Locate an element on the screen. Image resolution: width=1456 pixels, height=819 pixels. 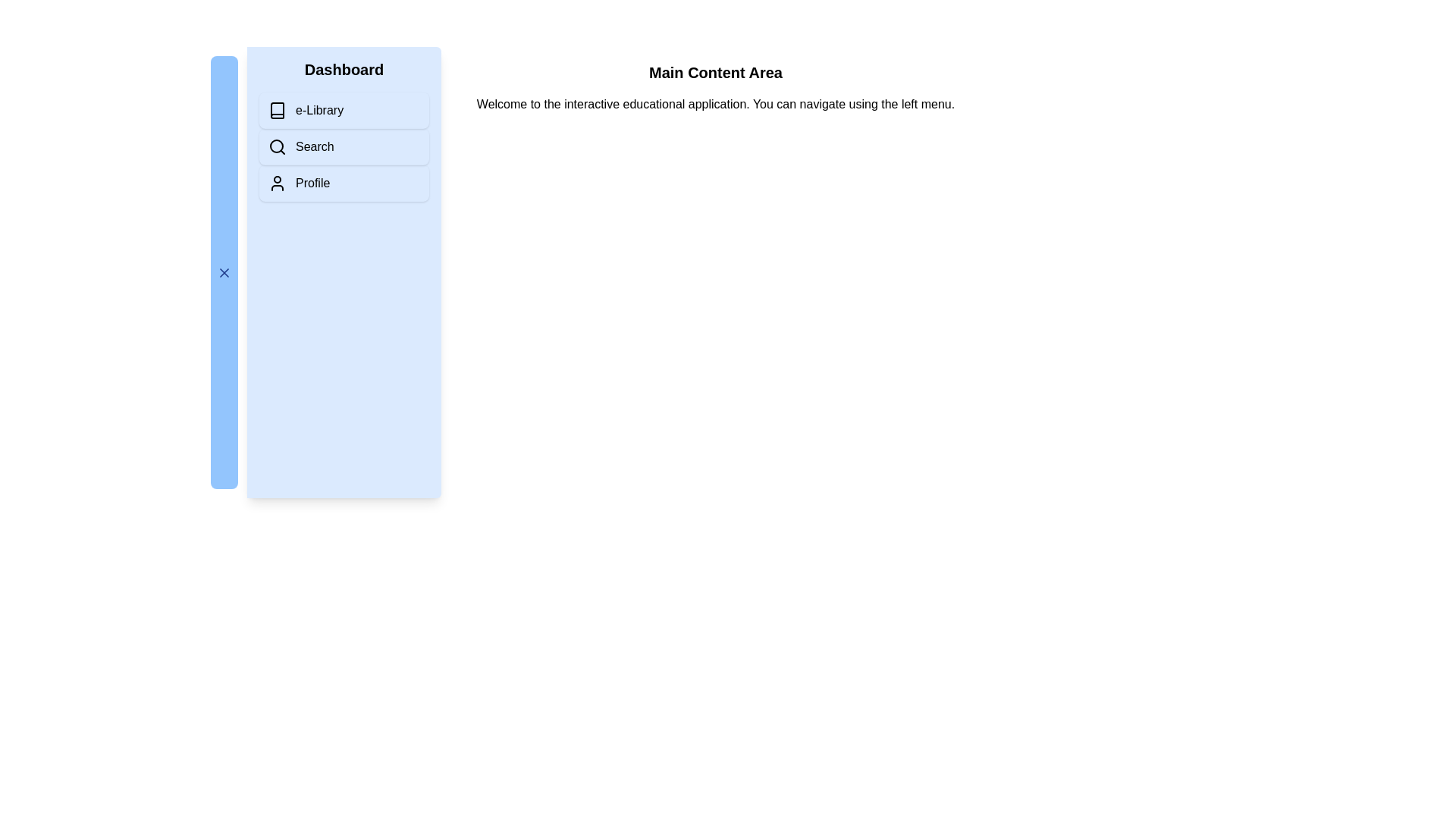
the Text Label that serves as a title or heading for the main content area, located at the top of the main content section is located at coordinates (715, 73).